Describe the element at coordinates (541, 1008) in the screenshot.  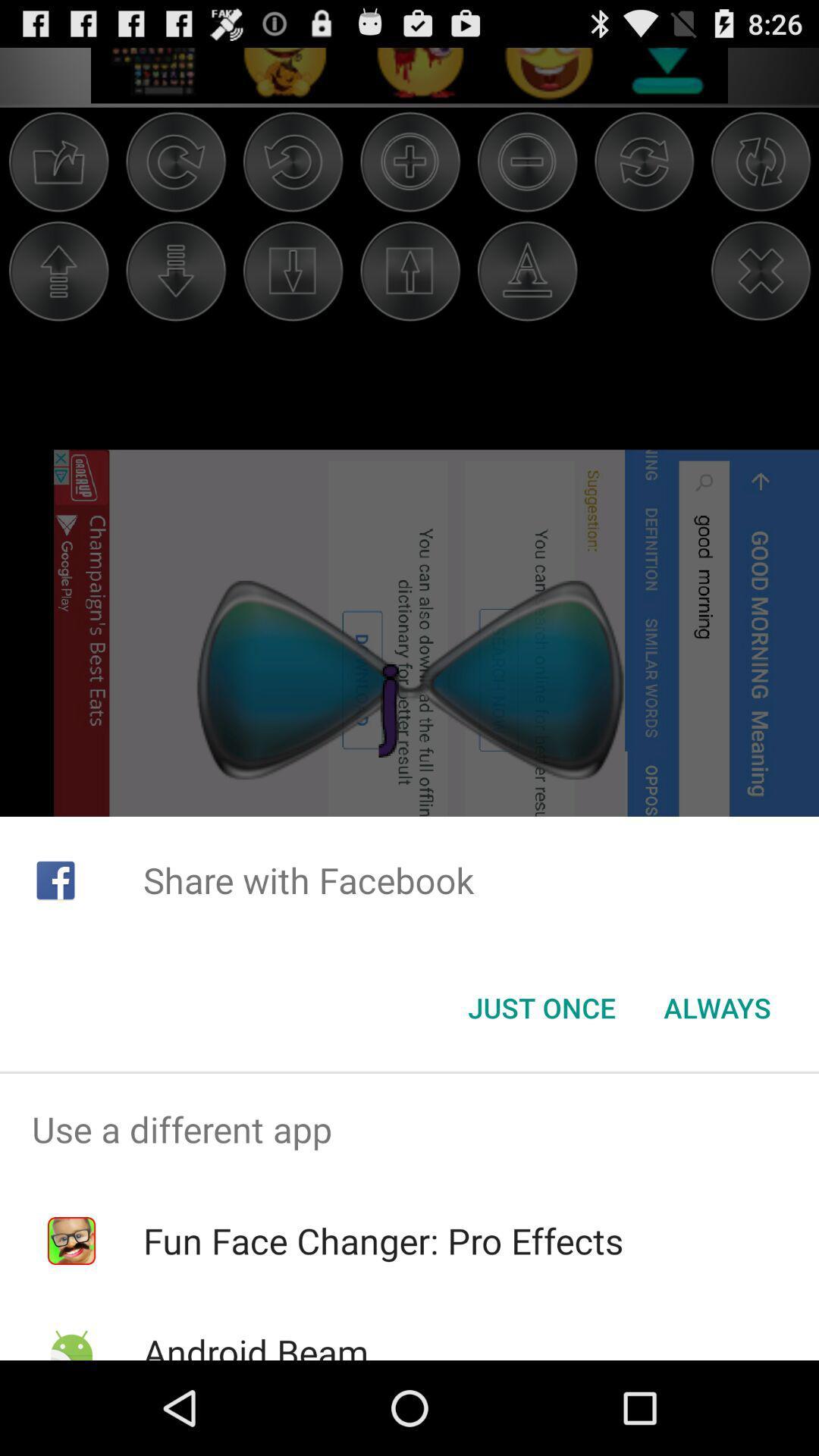
I see `the icon next to the always` at that location.